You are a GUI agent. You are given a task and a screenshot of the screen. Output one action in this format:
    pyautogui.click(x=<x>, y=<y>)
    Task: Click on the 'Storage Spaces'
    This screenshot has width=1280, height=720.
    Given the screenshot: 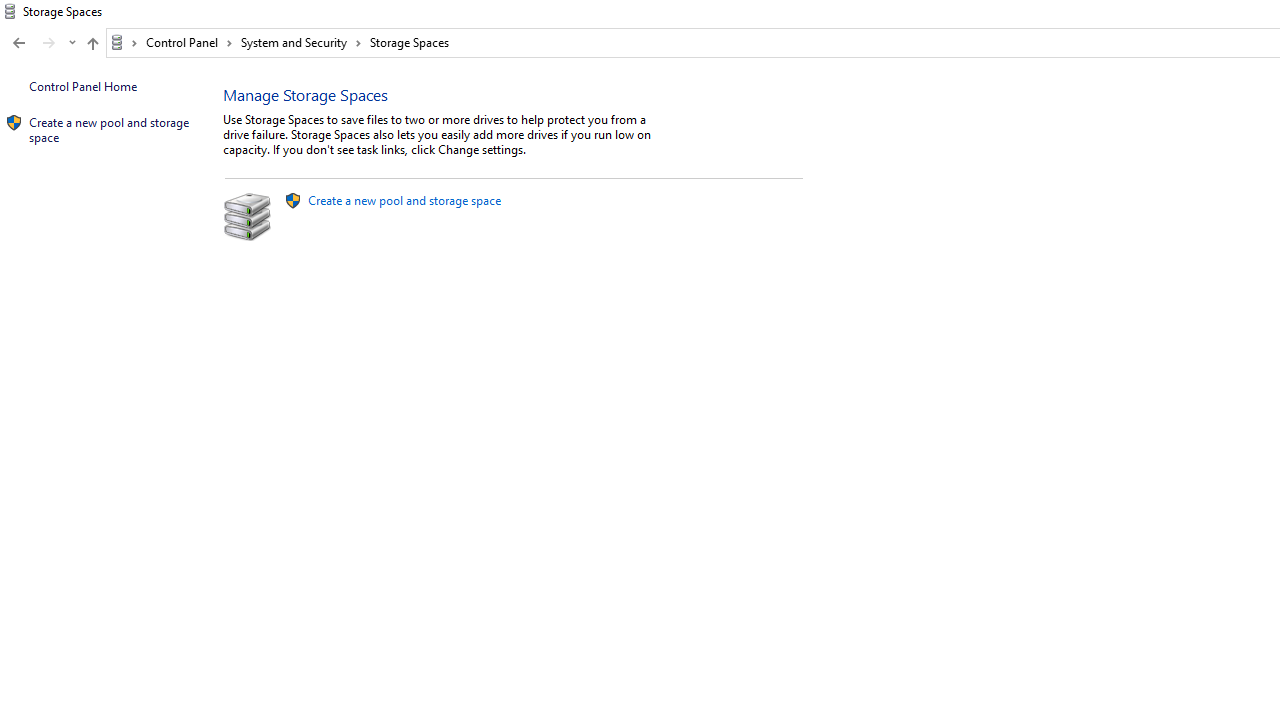 What is the action you would take?
    pyautogui.click(x=408, y=42)
    